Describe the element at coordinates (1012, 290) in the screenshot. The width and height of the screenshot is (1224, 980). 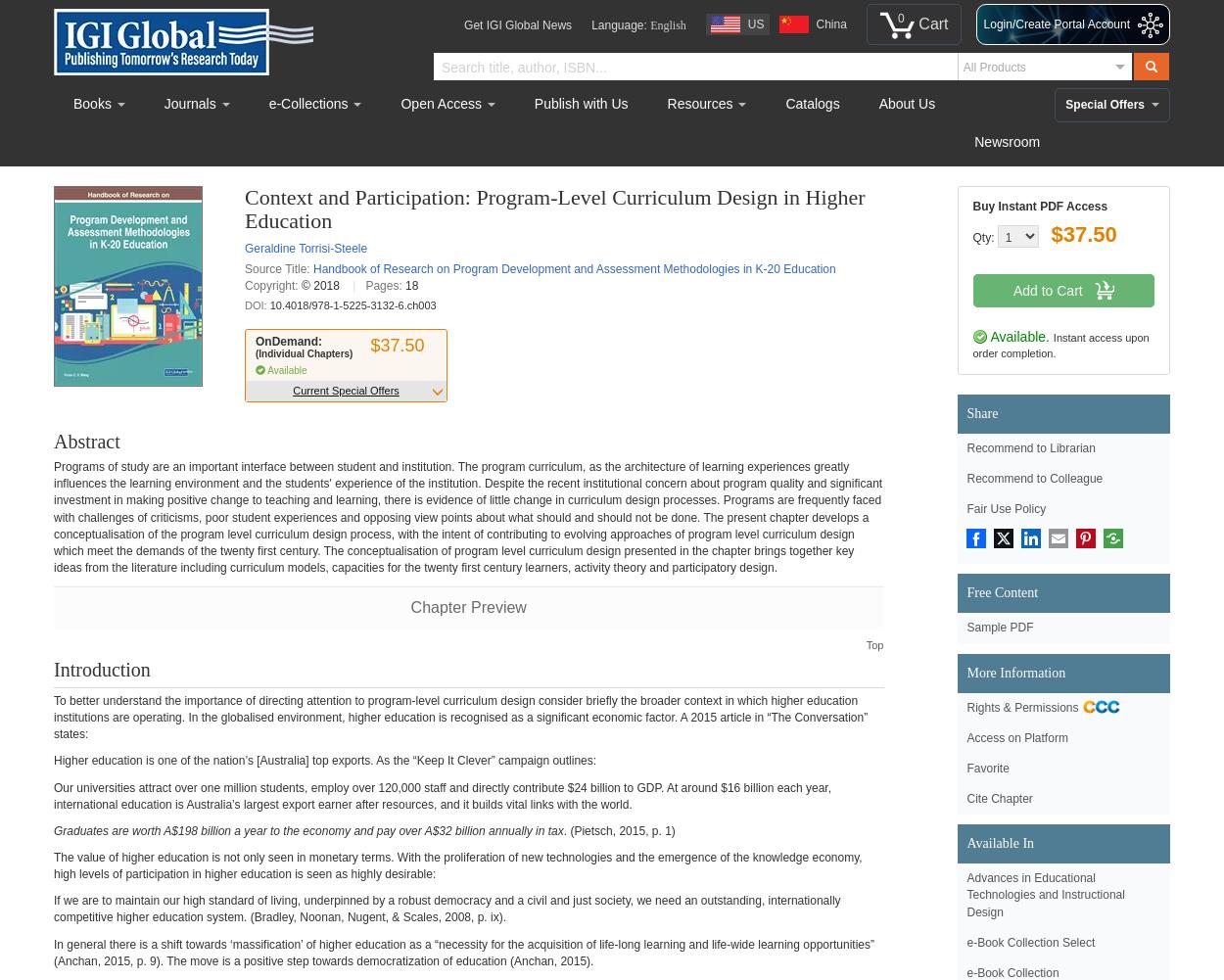
I see `'Add to Cart'` at that location.